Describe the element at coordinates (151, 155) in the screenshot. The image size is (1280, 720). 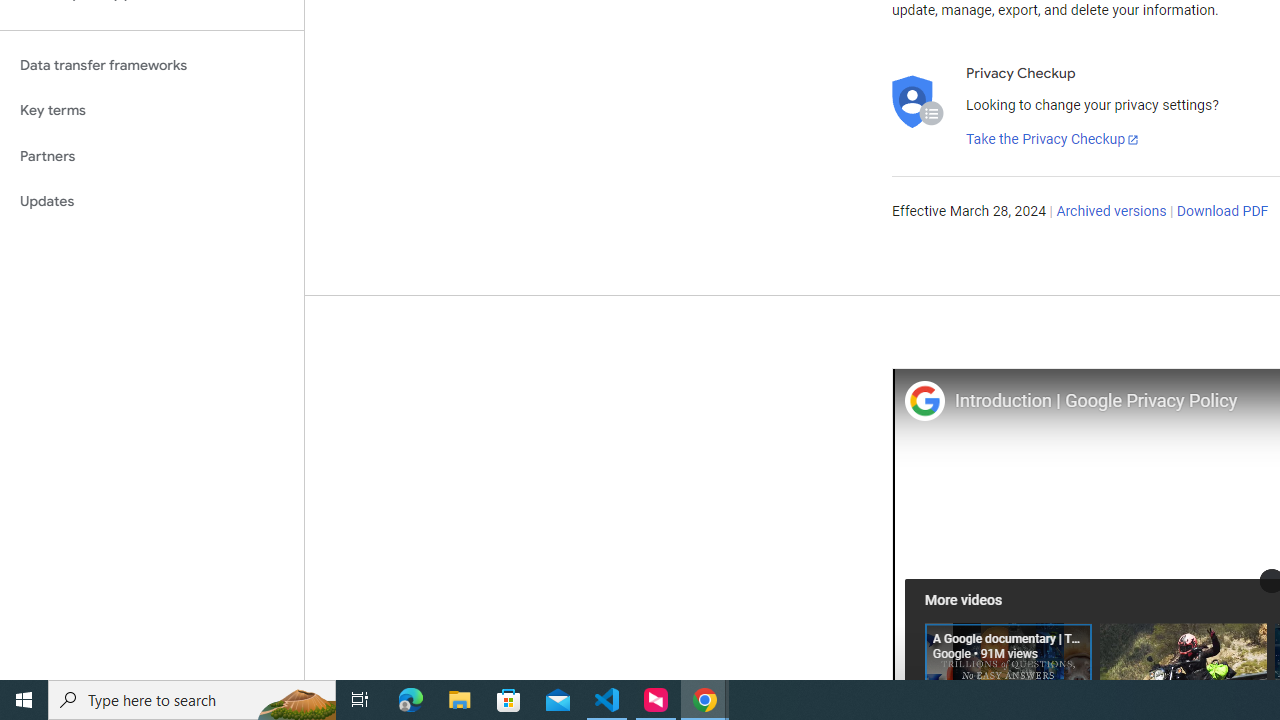
I see `'Partners'` at that location.